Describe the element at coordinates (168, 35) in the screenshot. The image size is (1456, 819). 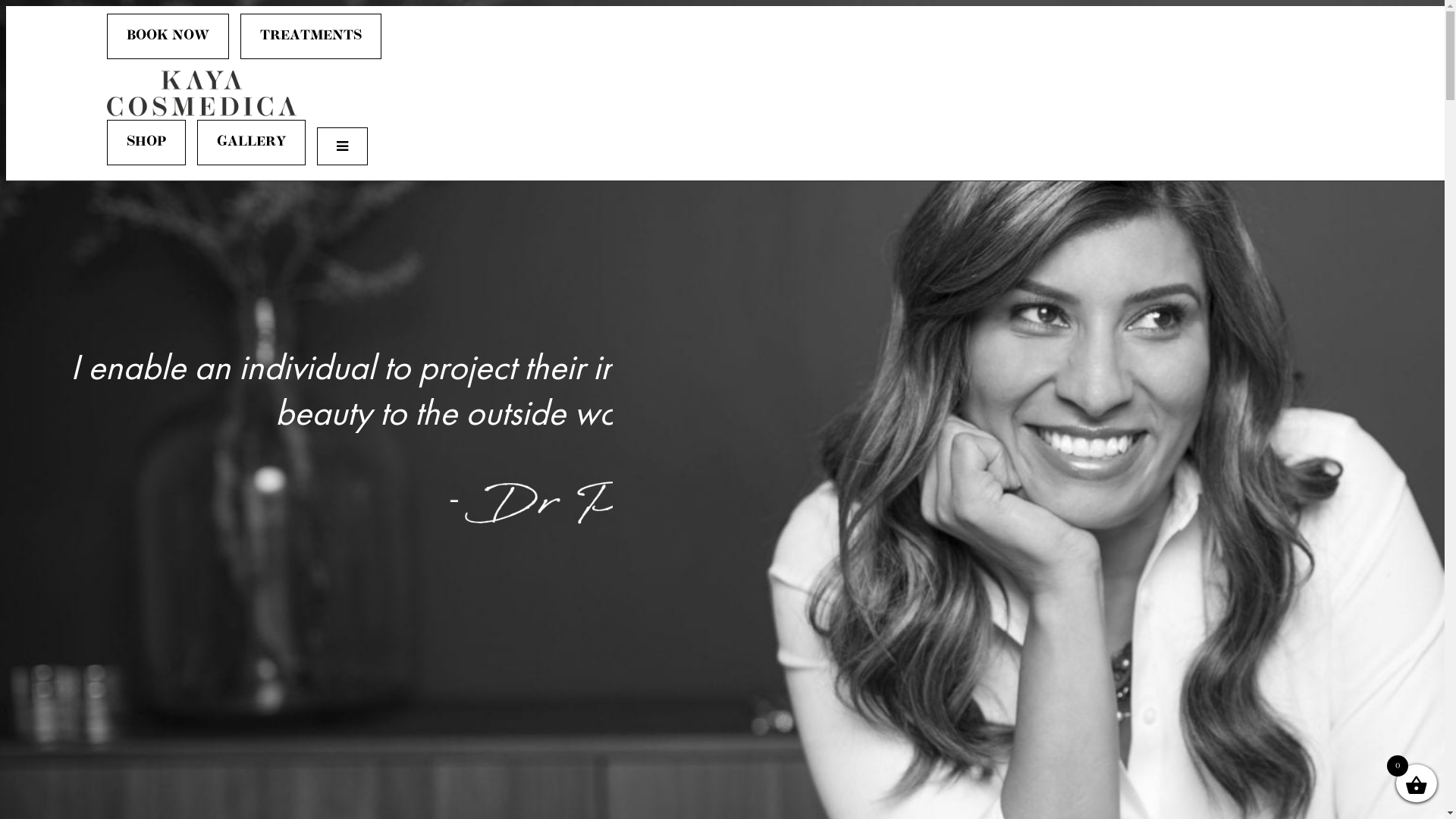
I see `'BOOK NOW'` at that location.